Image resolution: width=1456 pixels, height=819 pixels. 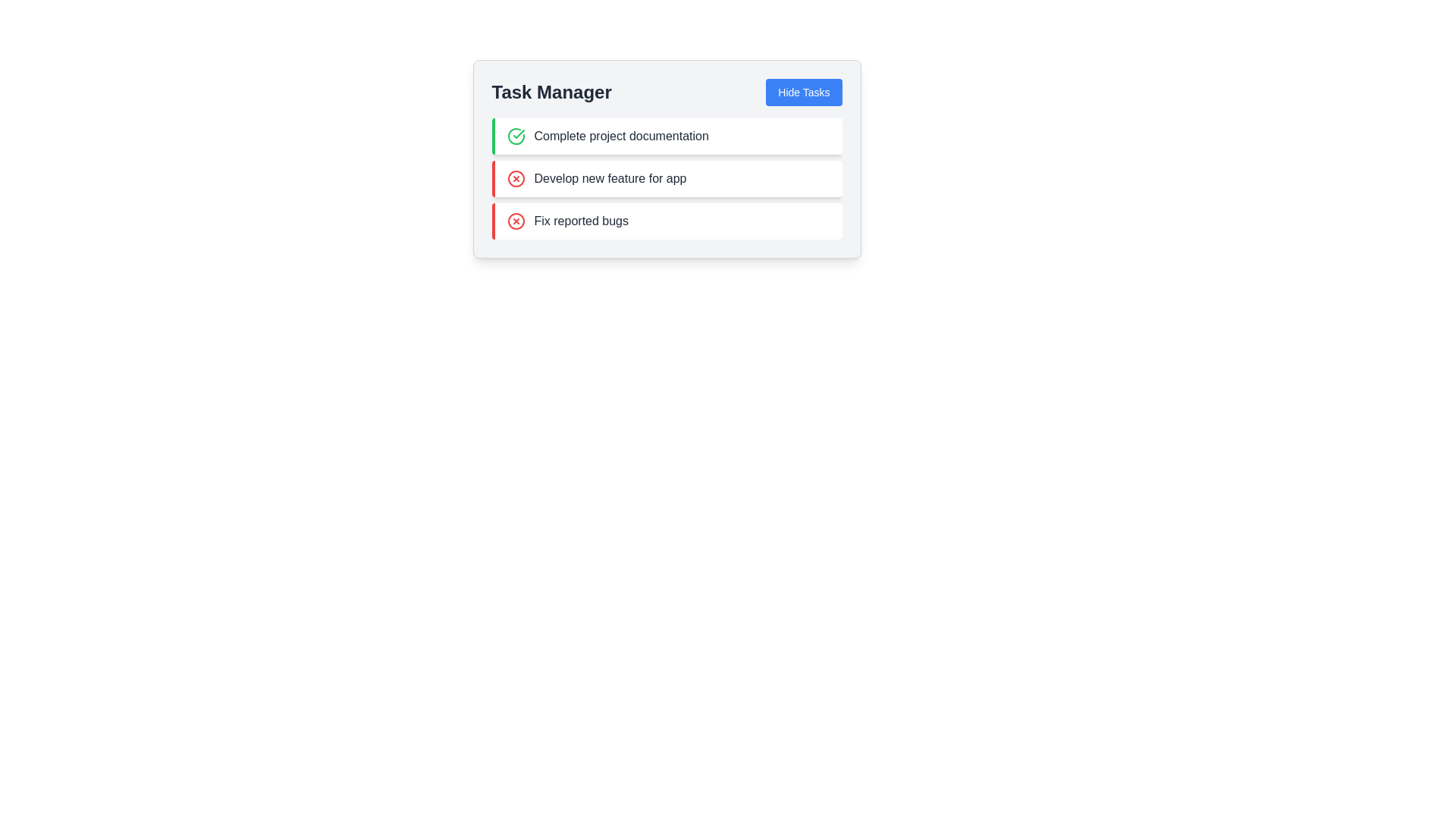 I want to click on the task item labeled 'Fix reported bugs' which has a red cross icon, located in the Task Manager list, so click(x=667, y=221).